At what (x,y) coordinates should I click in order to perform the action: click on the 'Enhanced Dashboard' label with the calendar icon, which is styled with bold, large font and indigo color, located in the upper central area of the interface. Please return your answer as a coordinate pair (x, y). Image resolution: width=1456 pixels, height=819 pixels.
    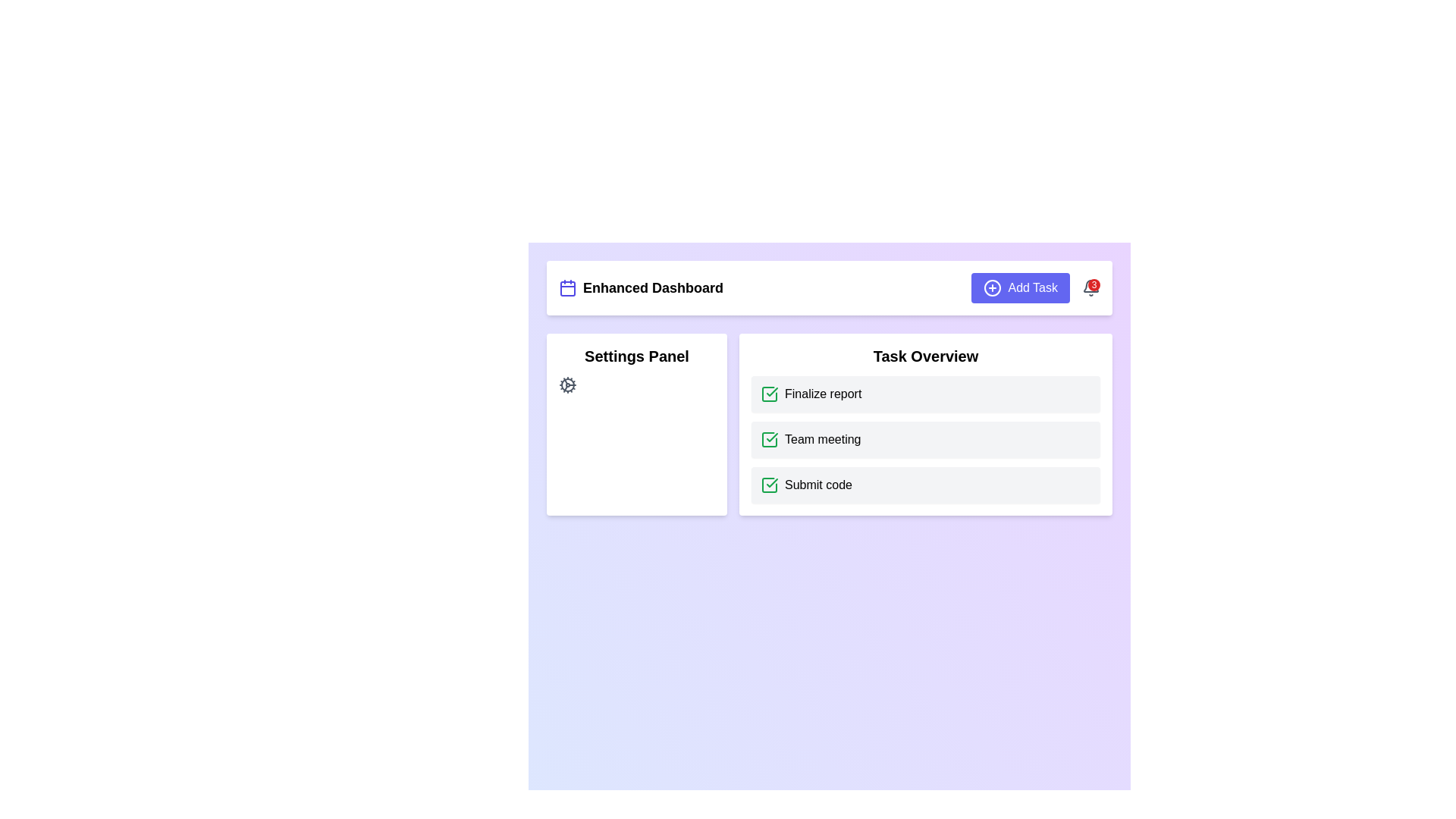
    Looking at the image, I should click on (641, 288).